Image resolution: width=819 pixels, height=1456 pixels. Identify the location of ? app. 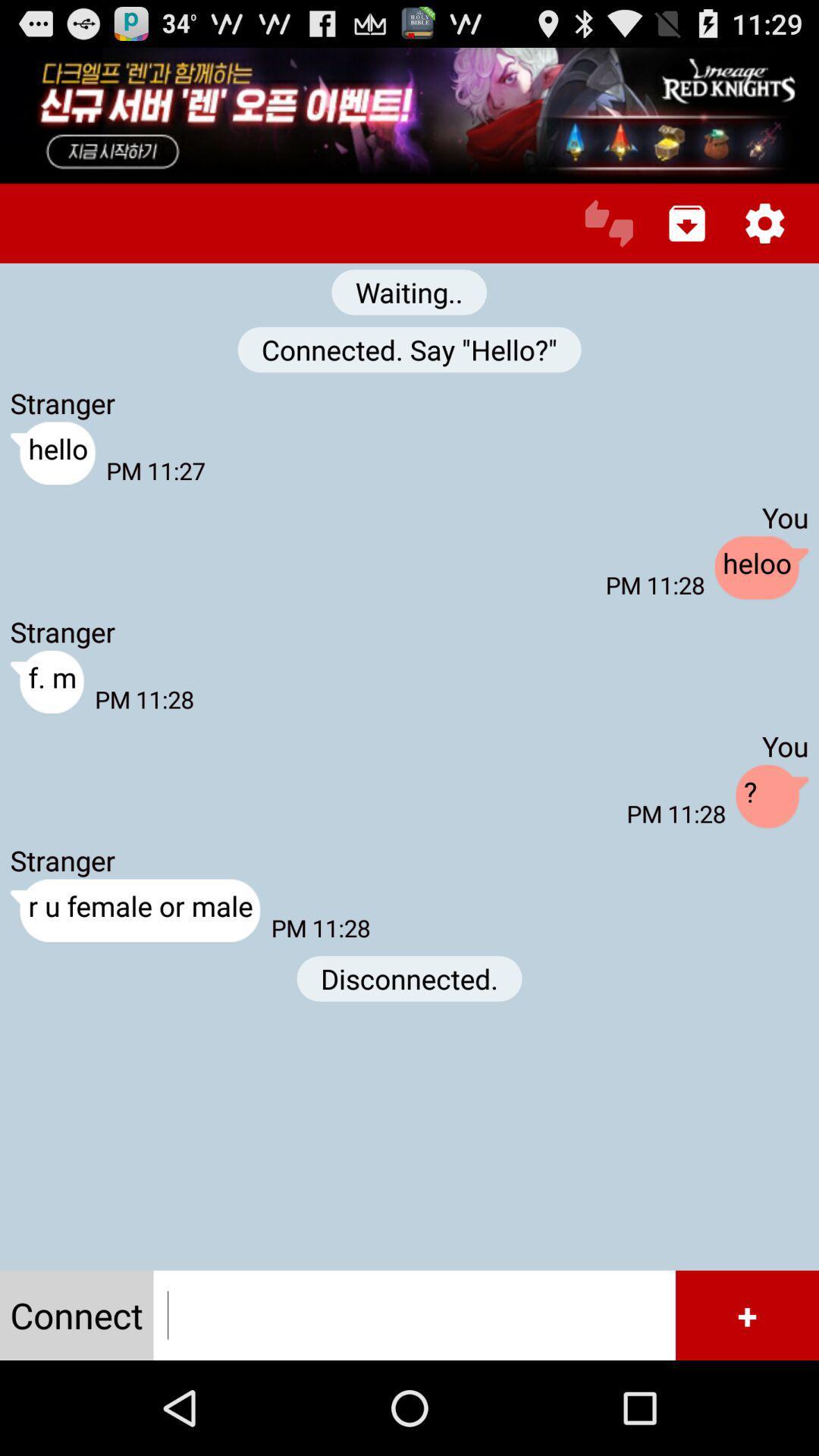
(772, 796).